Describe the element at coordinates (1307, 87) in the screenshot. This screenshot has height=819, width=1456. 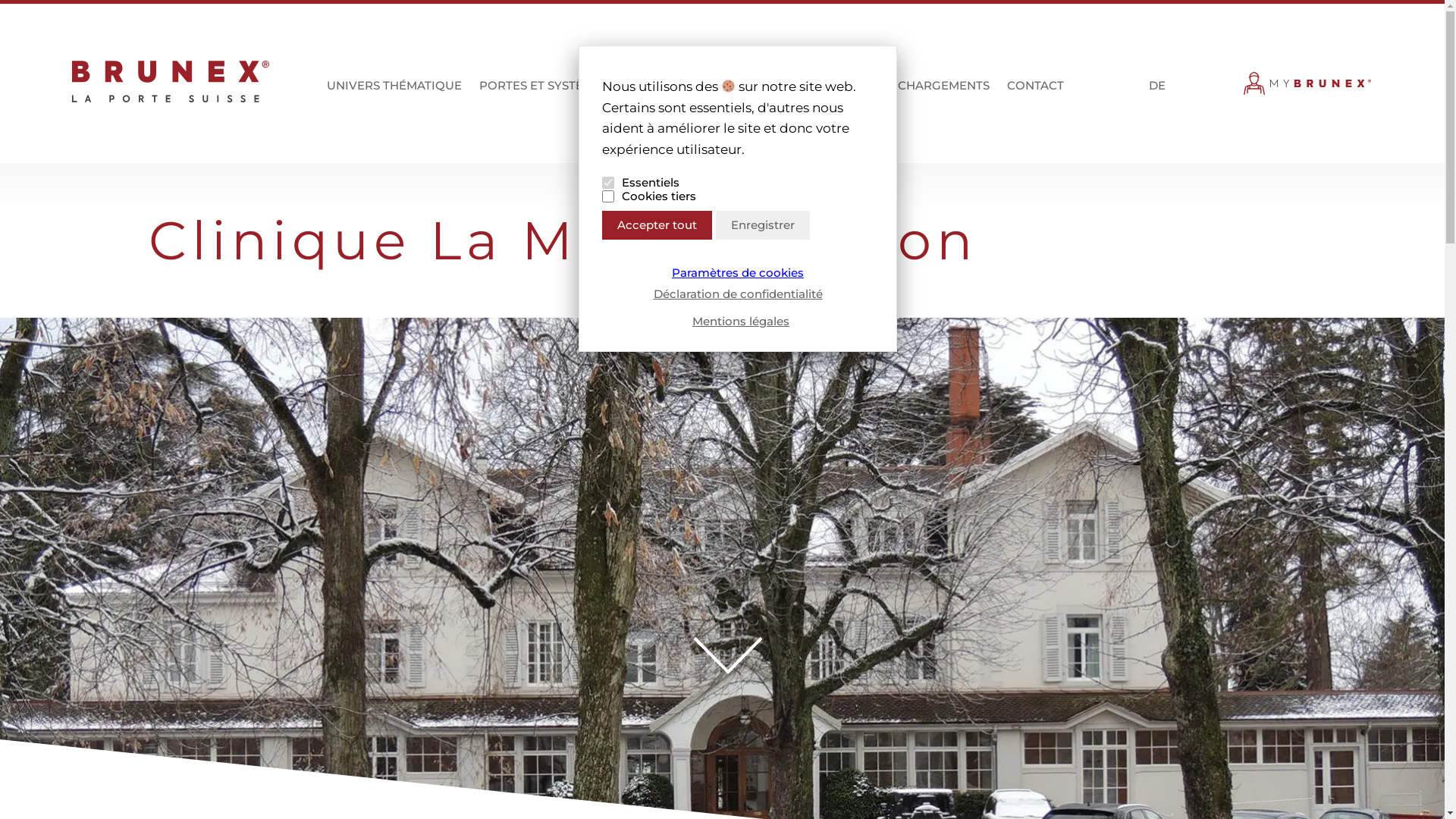
I see `'MYBRUNEX'` at that location.